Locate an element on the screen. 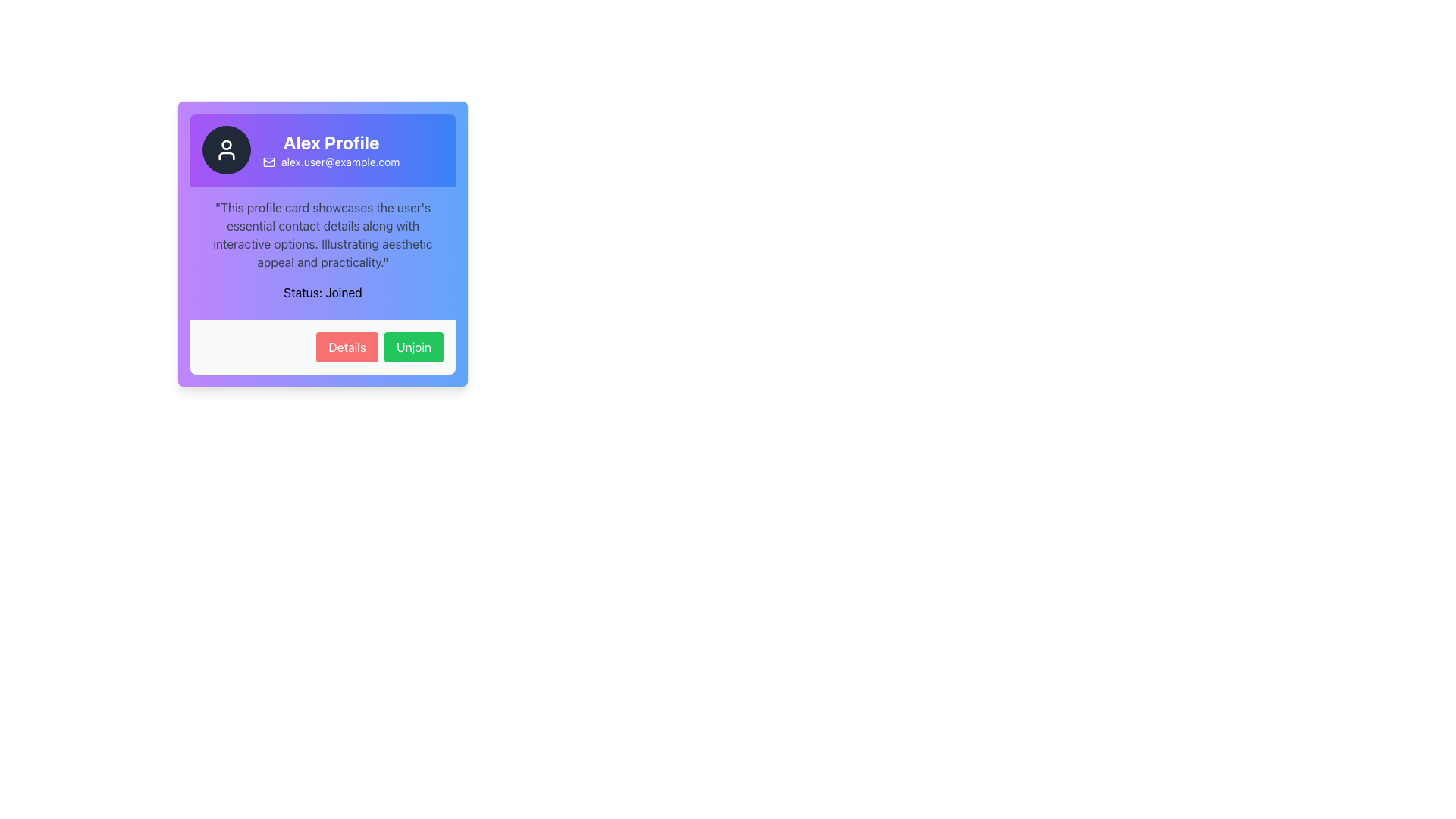 Image resolution: width=1456 pixels, height=819 pixels. the descriptive Text block within the user profile card that details its purpose and features is located at coordinates (322, 234).